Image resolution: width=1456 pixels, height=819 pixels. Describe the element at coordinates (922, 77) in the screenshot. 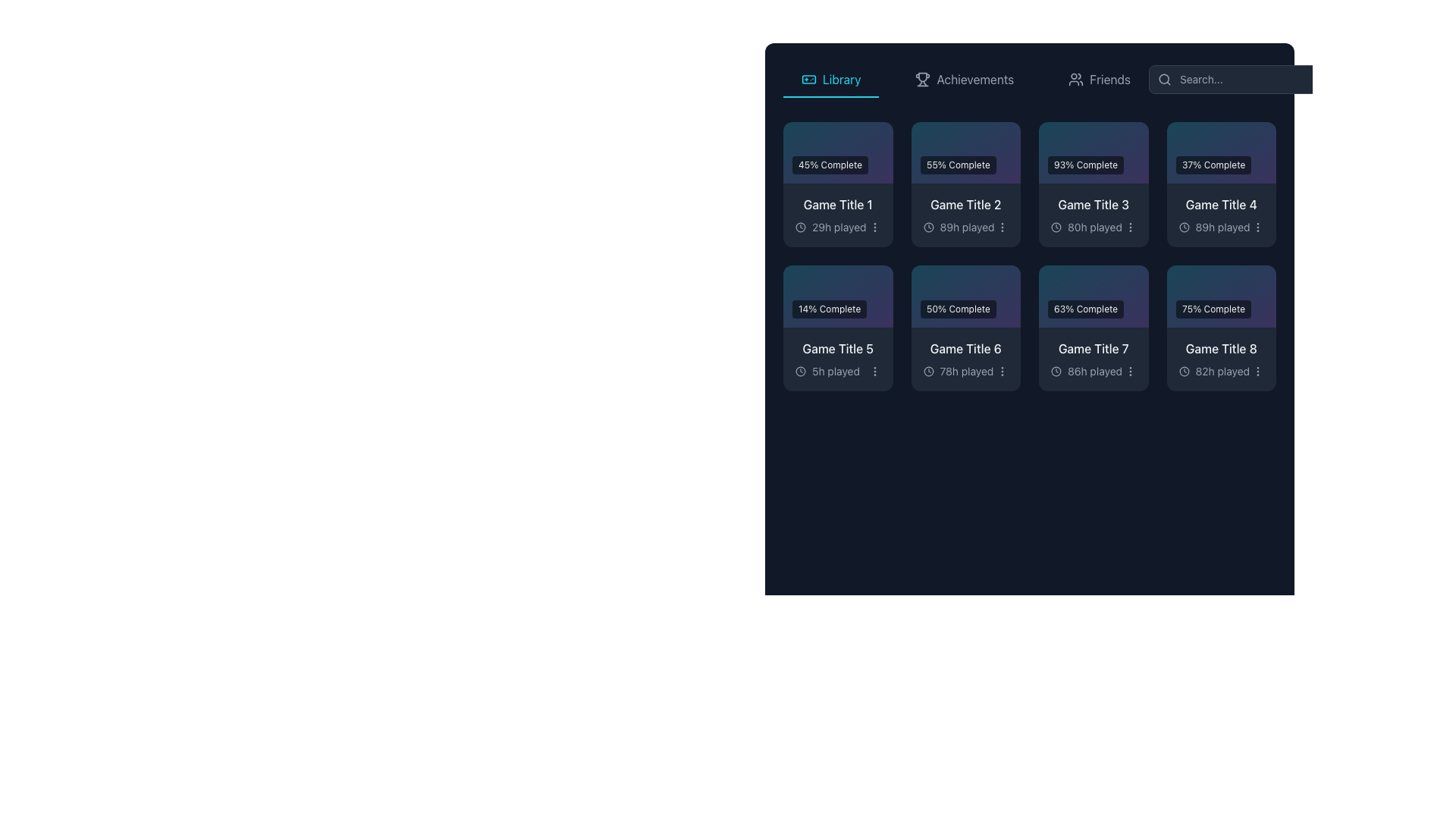

I see `the trophy icon graphic representing the 'Achievements' tab in the top navigation bar` at that location.